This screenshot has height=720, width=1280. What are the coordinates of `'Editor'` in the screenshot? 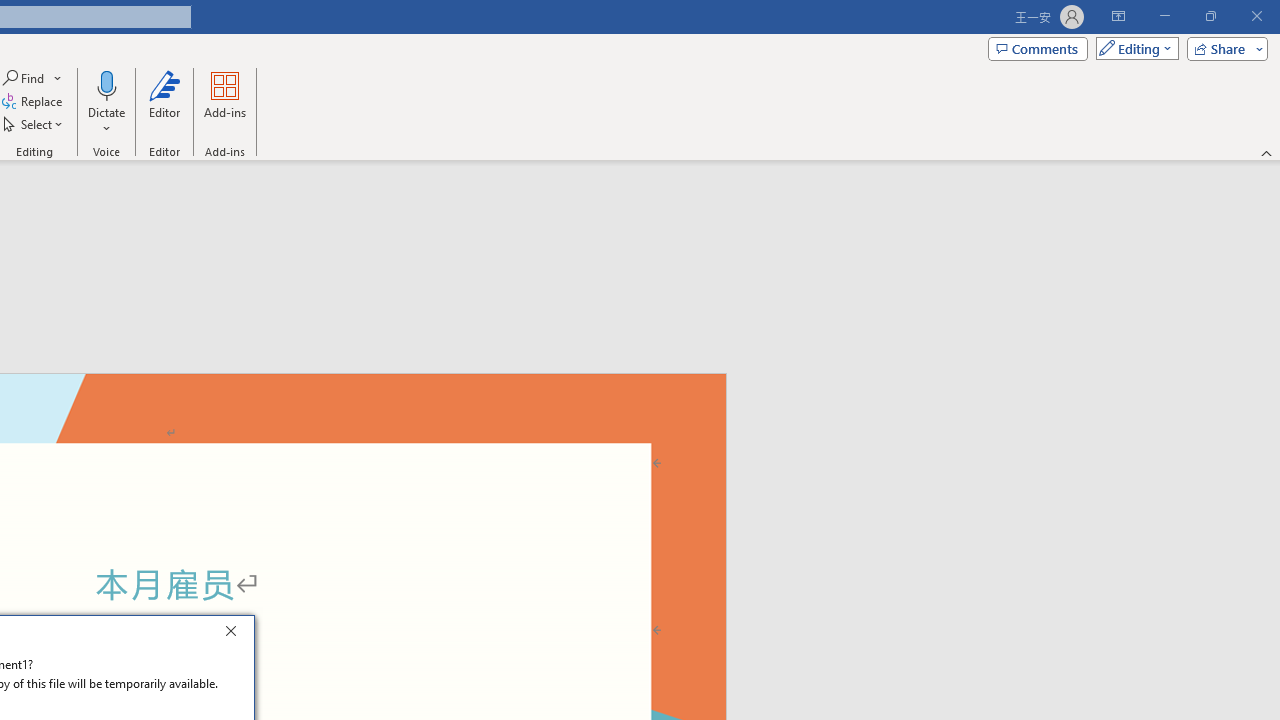 It's located at (164, 103).